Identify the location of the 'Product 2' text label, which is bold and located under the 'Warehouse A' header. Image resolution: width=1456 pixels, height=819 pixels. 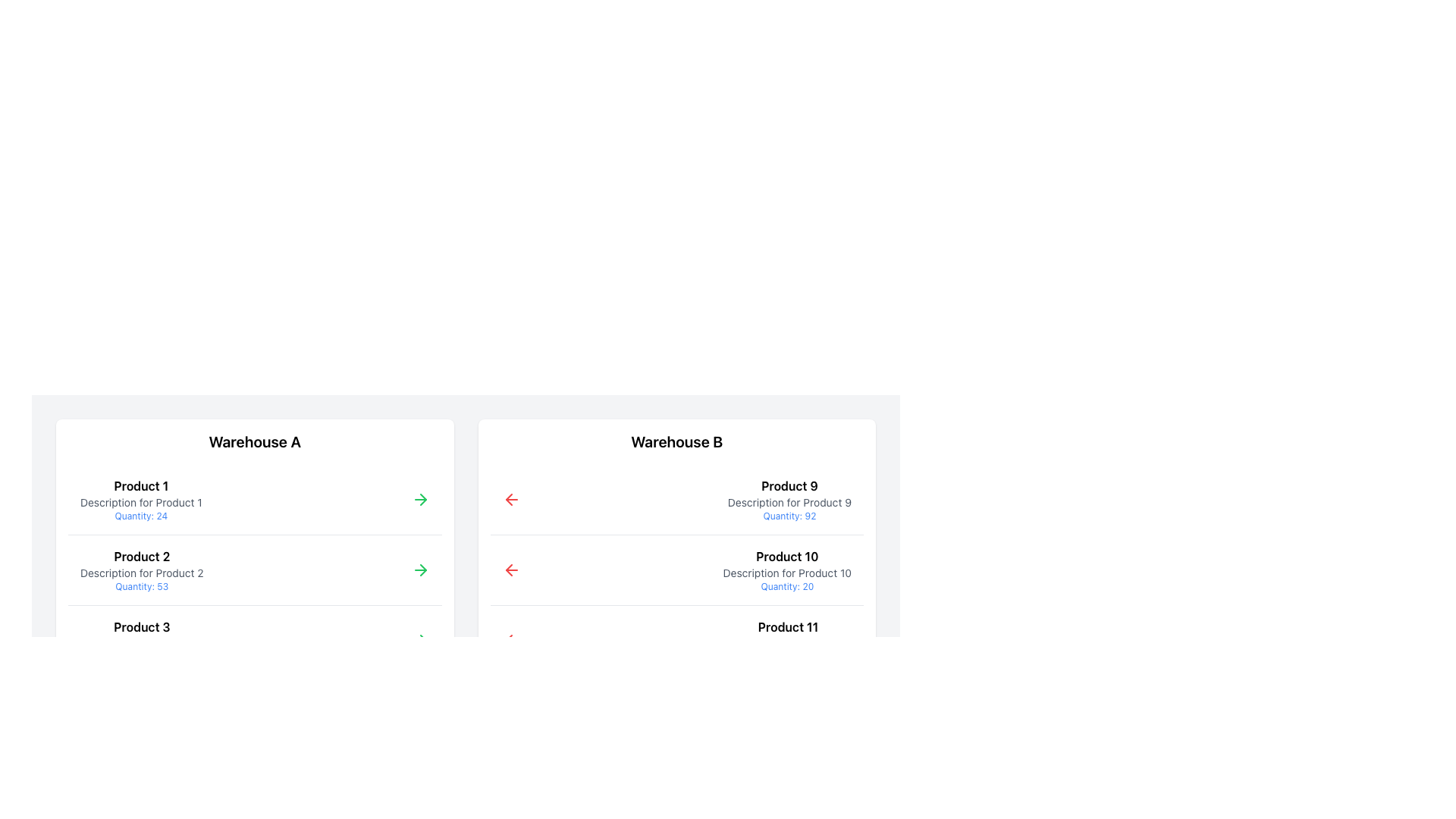
(142, 556).